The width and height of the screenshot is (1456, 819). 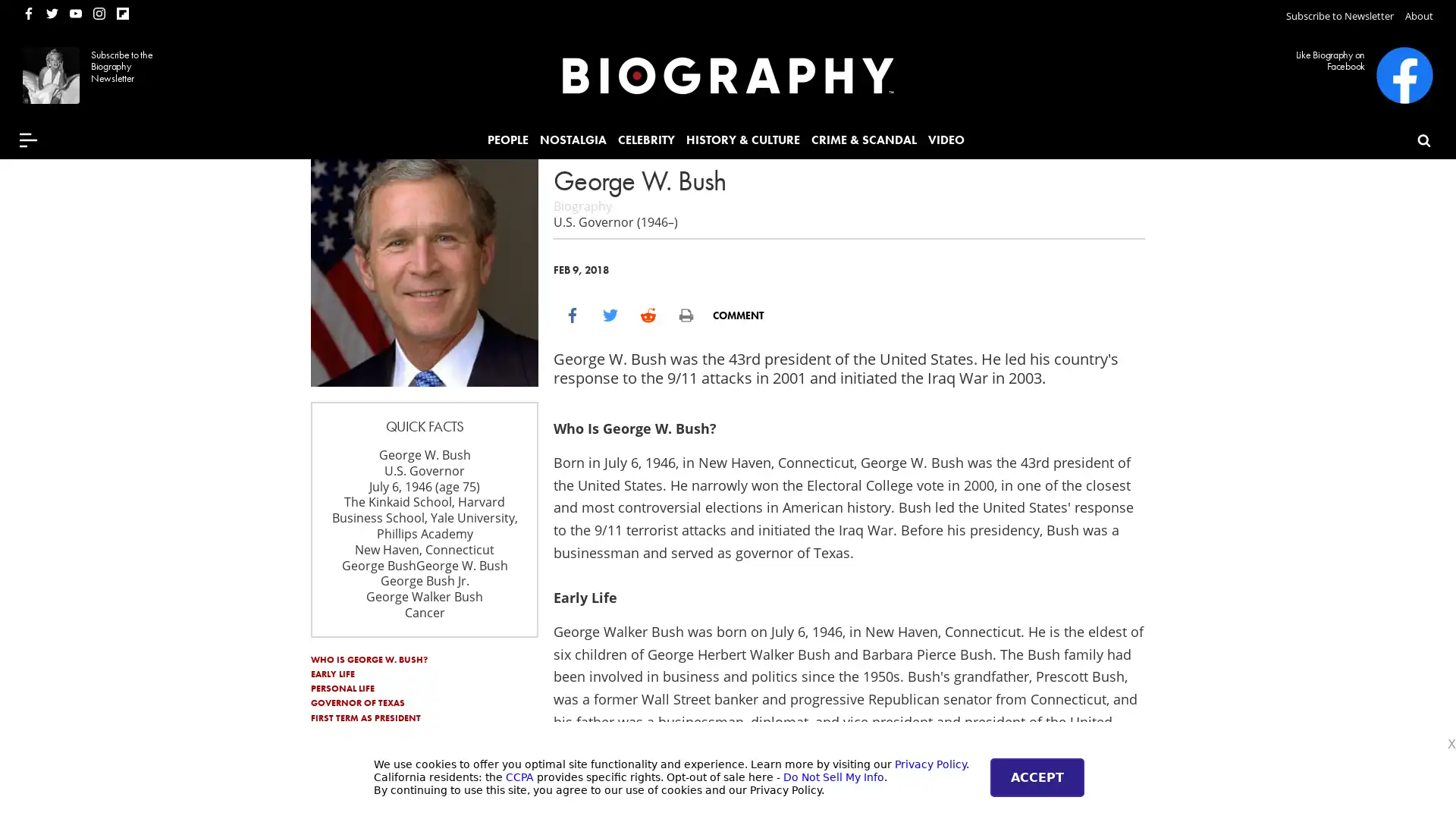 What do you see at coordinates (686, 315) in the screenshot?
I see `print` at bounding box center [686, 315].